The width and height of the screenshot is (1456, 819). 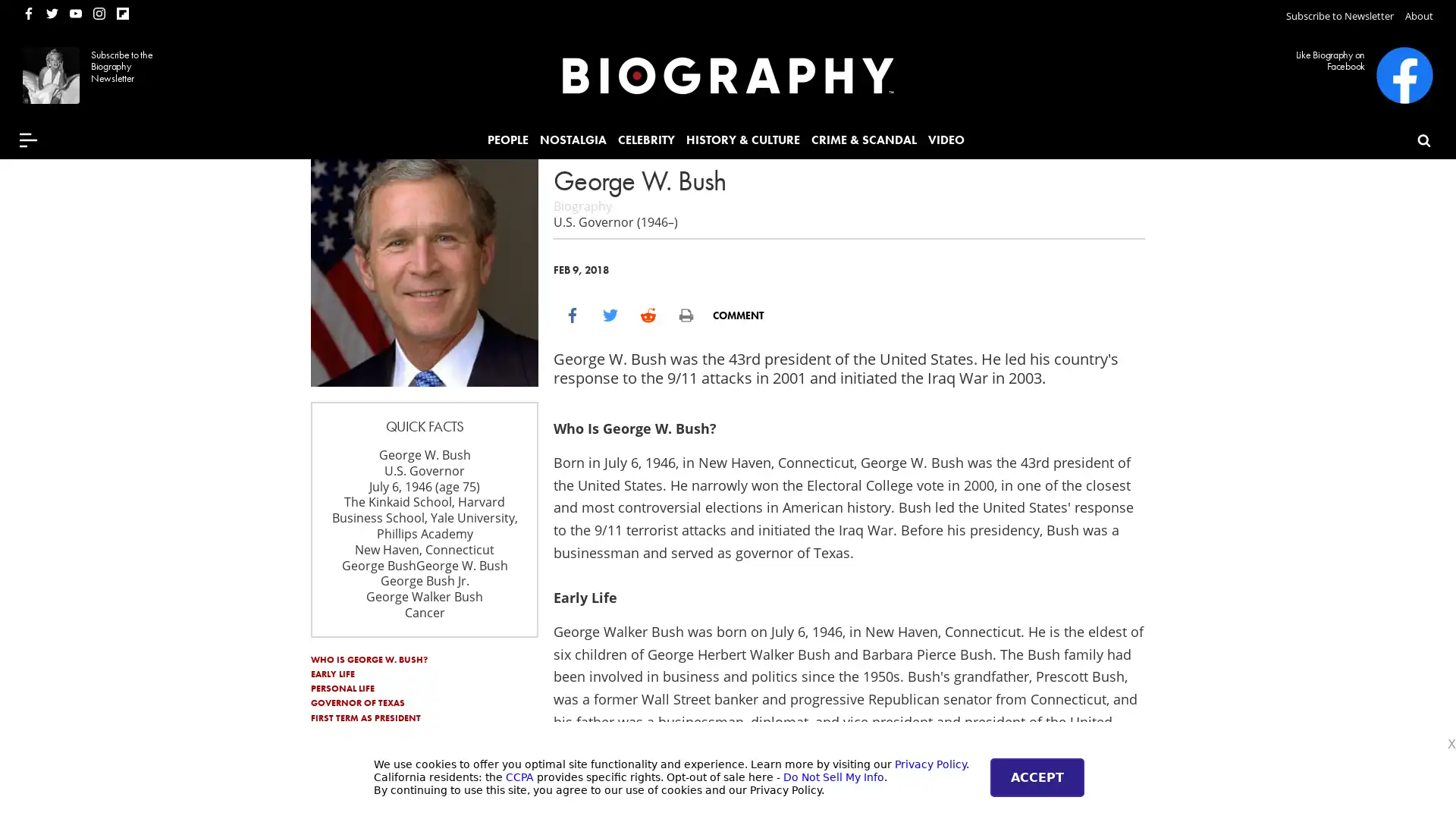 What do you see at coordinates (686, 315) in the screenshot?
I see `print` at bounding box center [686, 315].